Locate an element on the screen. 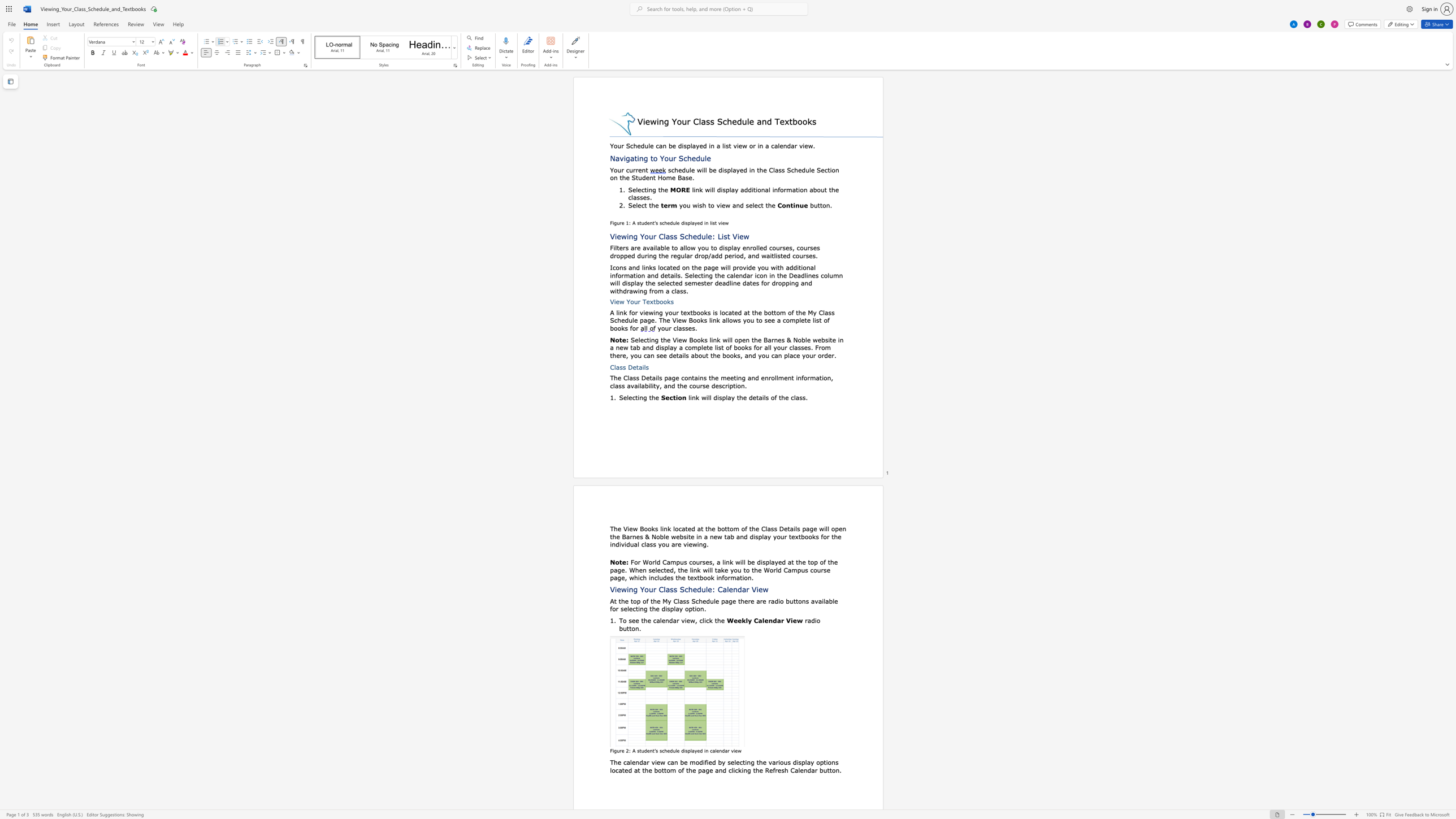 The width and height of the screenshot is (1456, 819). the 1th character "d" in the text is located at coordinates (640, 762).